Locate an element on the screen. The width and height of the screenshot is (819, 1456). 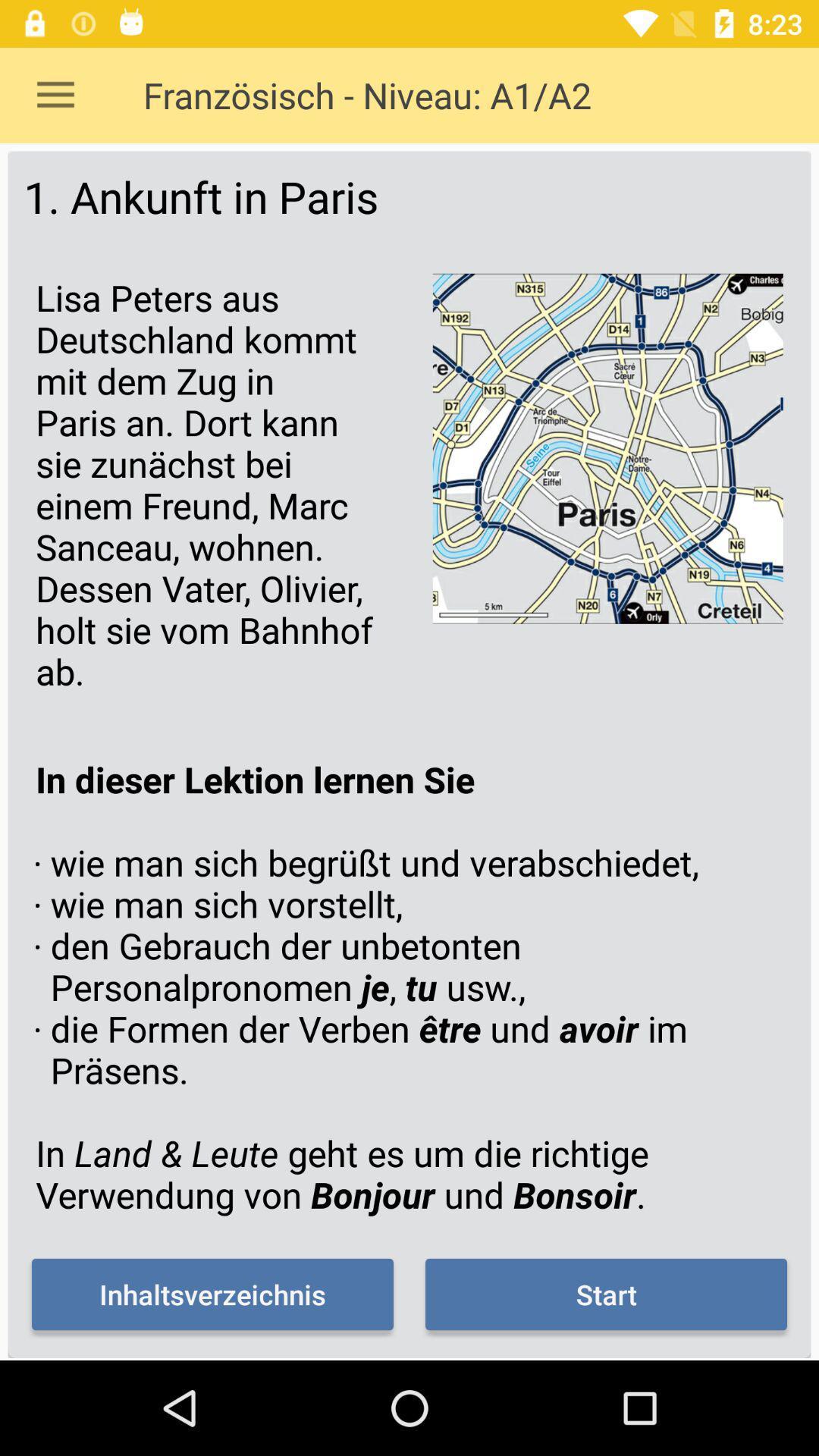
the start item is located at coordinates (605, 1294).